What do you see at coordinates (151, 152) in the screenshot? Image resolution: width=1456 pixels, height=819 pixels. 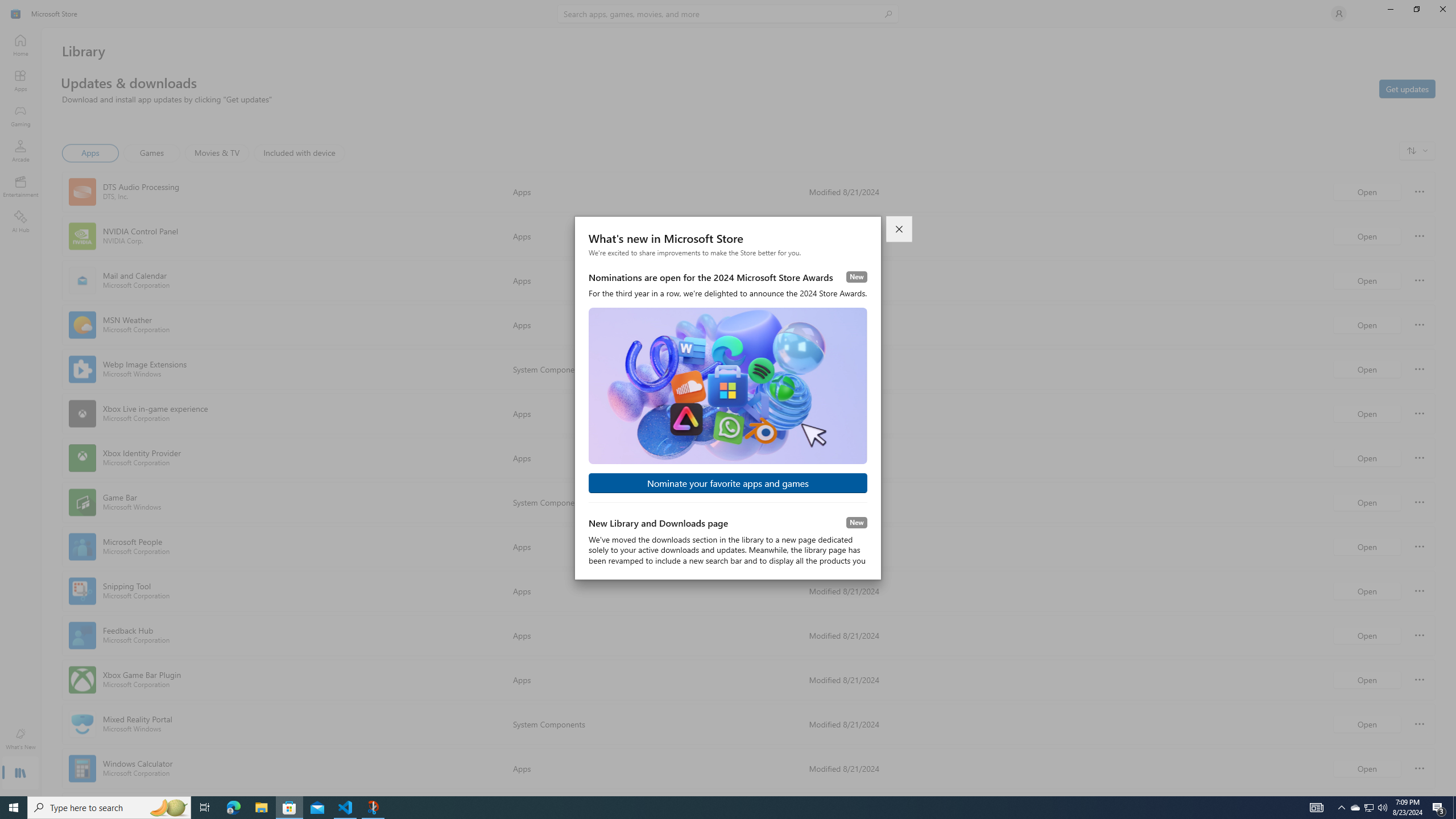 I see `'Games'` at bounding box center [151, 152].